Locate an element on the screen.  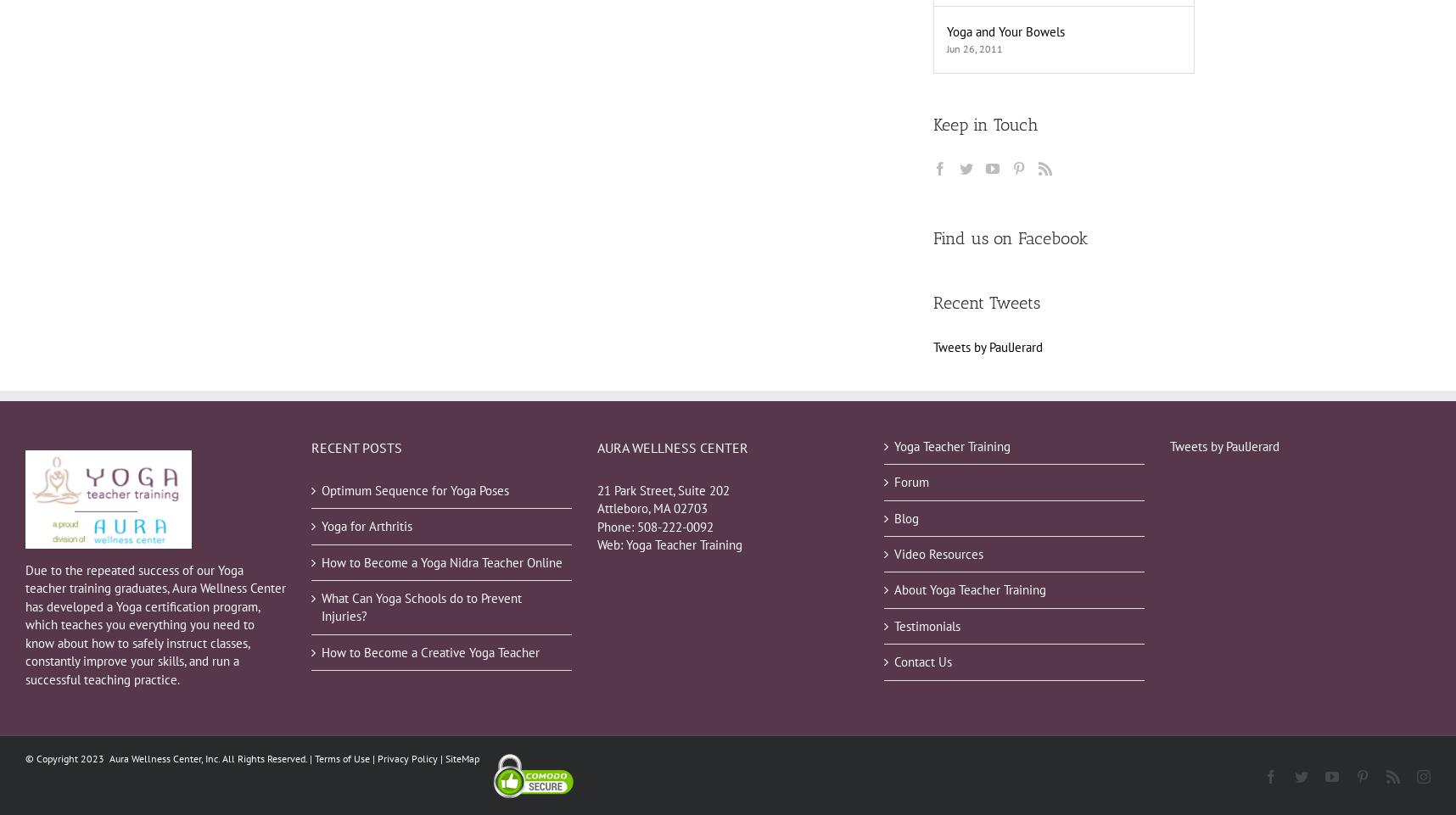
'How to Become a Yoga Nidra Teacher Online' is located at coordinates (440, 561).